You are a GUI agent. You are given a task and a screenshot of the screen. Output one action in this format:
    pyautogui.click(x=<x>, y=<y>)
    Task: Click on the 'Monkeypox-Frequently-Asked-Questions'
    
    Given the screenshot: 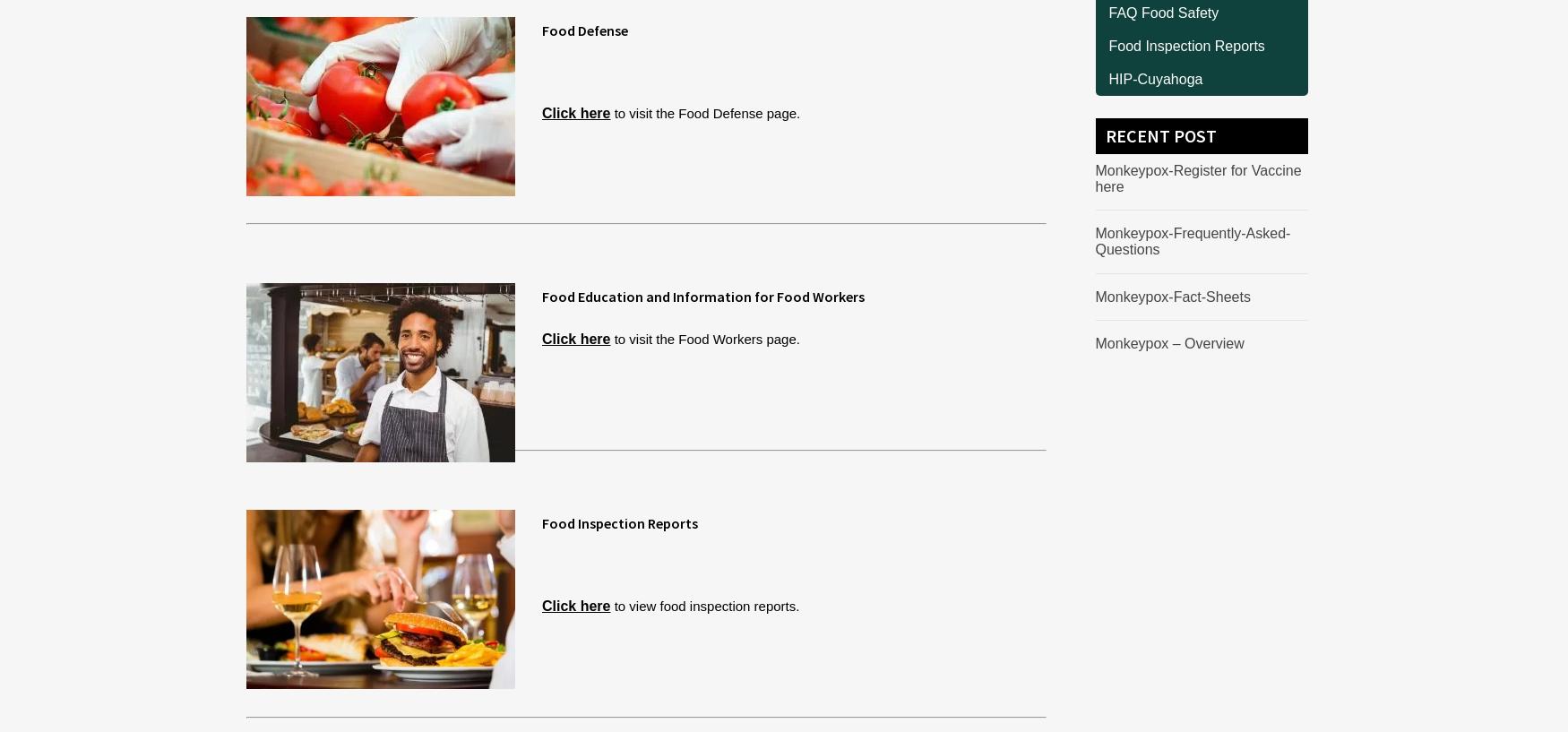 What is the action you would take?
    pyautogui.click(x=1095, y=241)
    